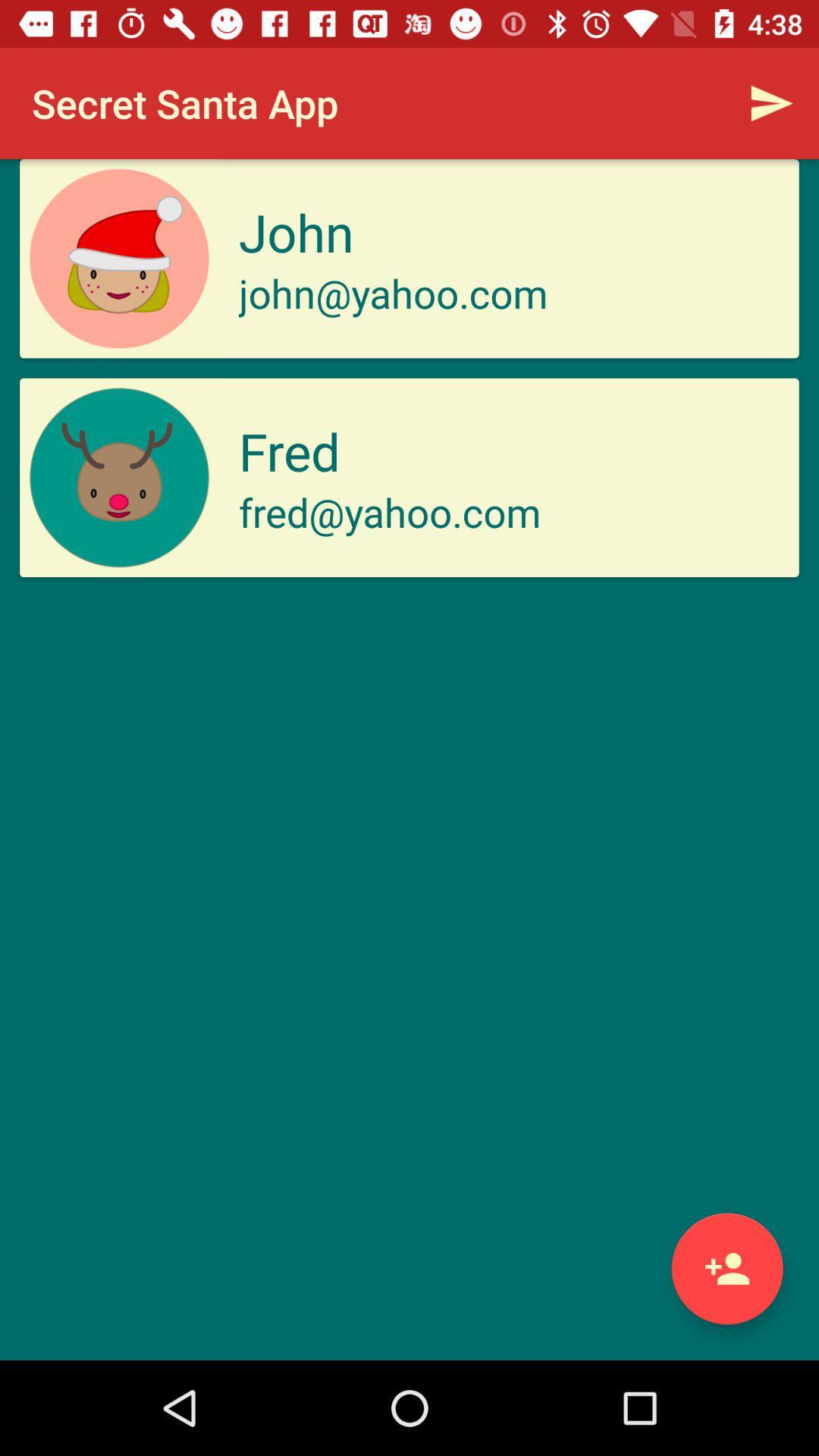  I want to click on the icon below fred@yahoo.com icon, so click(726, 1269).